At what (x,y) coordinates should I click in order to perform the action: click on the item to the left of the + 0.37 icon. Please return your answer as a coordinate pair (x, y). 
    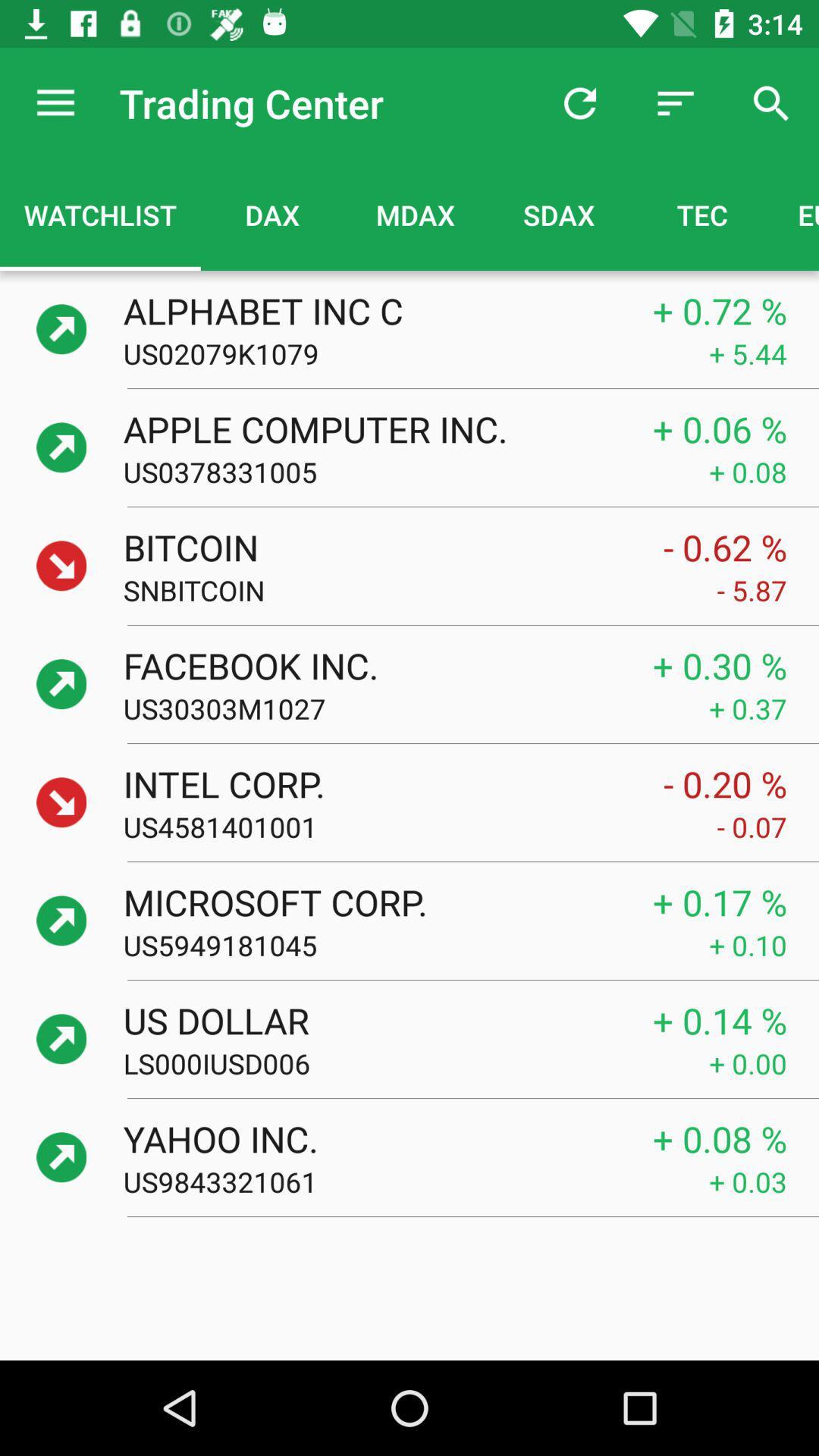
    Looking at the image, I should click on (416, 708).